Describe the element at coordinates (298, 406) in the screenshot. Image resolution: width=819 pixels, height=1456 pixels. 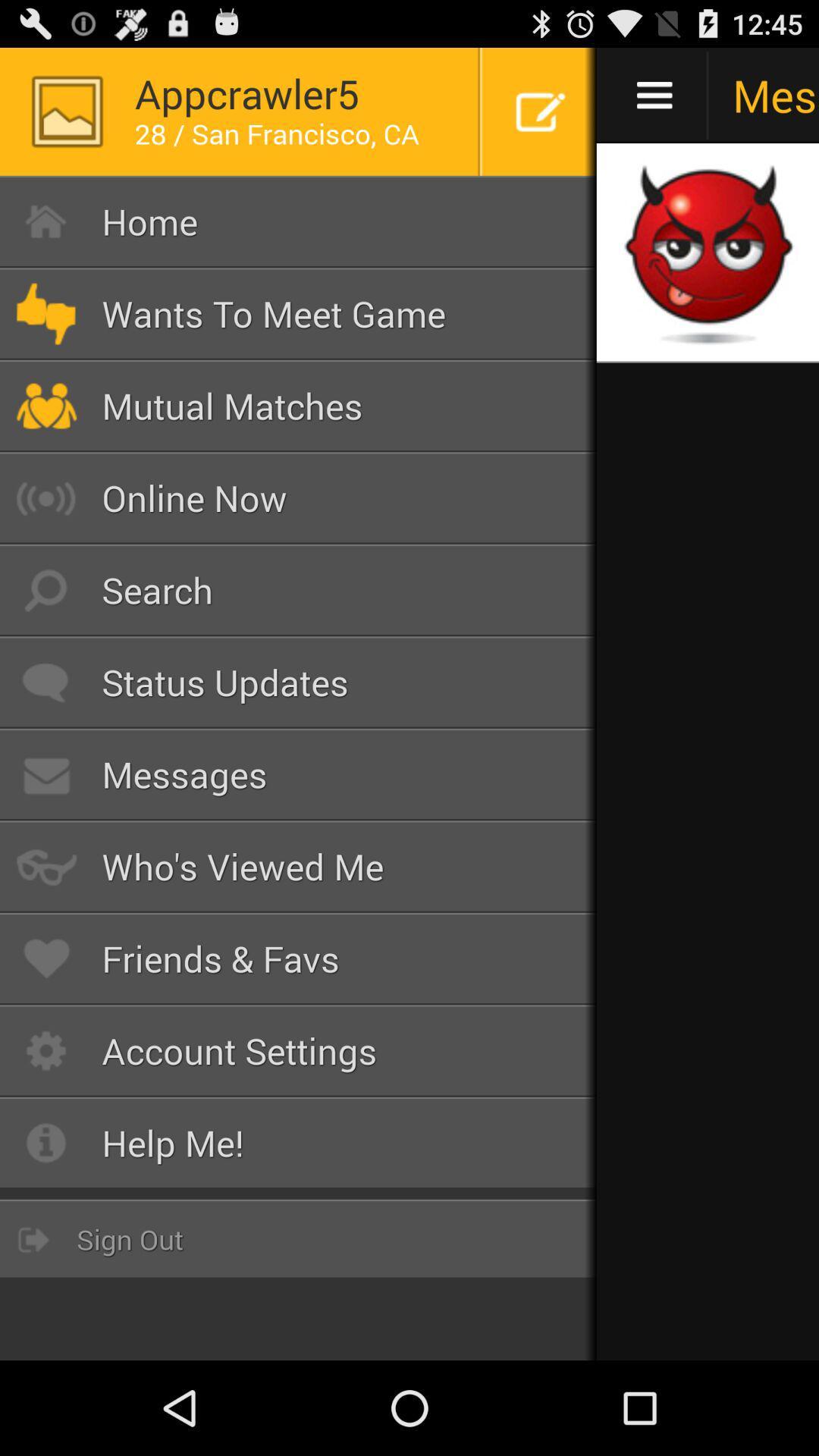
I see `mutual matches icon` at that location.